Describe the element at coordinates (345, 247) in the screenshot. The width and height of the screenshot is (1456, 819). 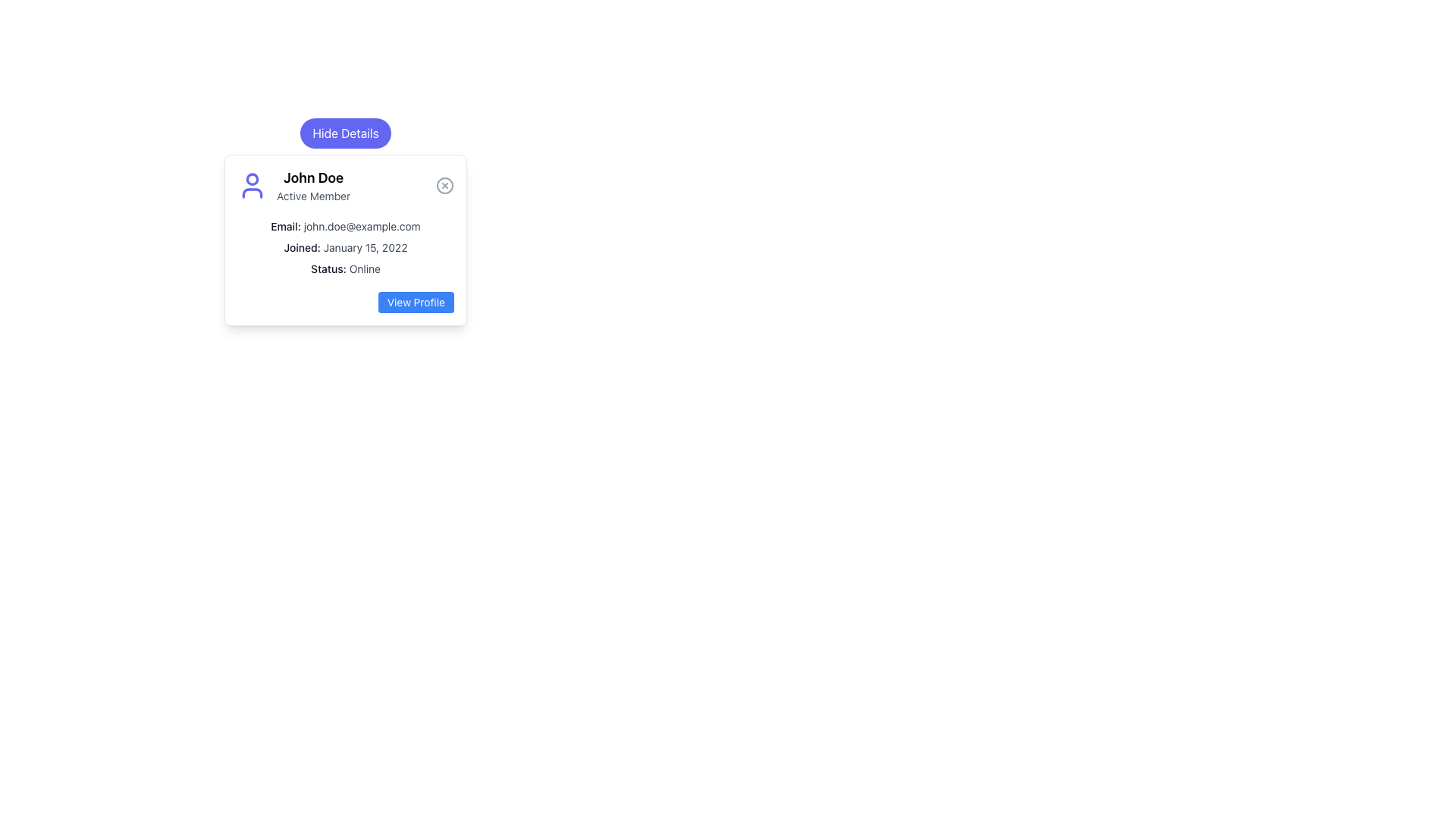
I see `the Text Label displaying 'Joined: January 15, 2022' located within the user profile card, positioned under 'Email' and above 'Status'` at that location.